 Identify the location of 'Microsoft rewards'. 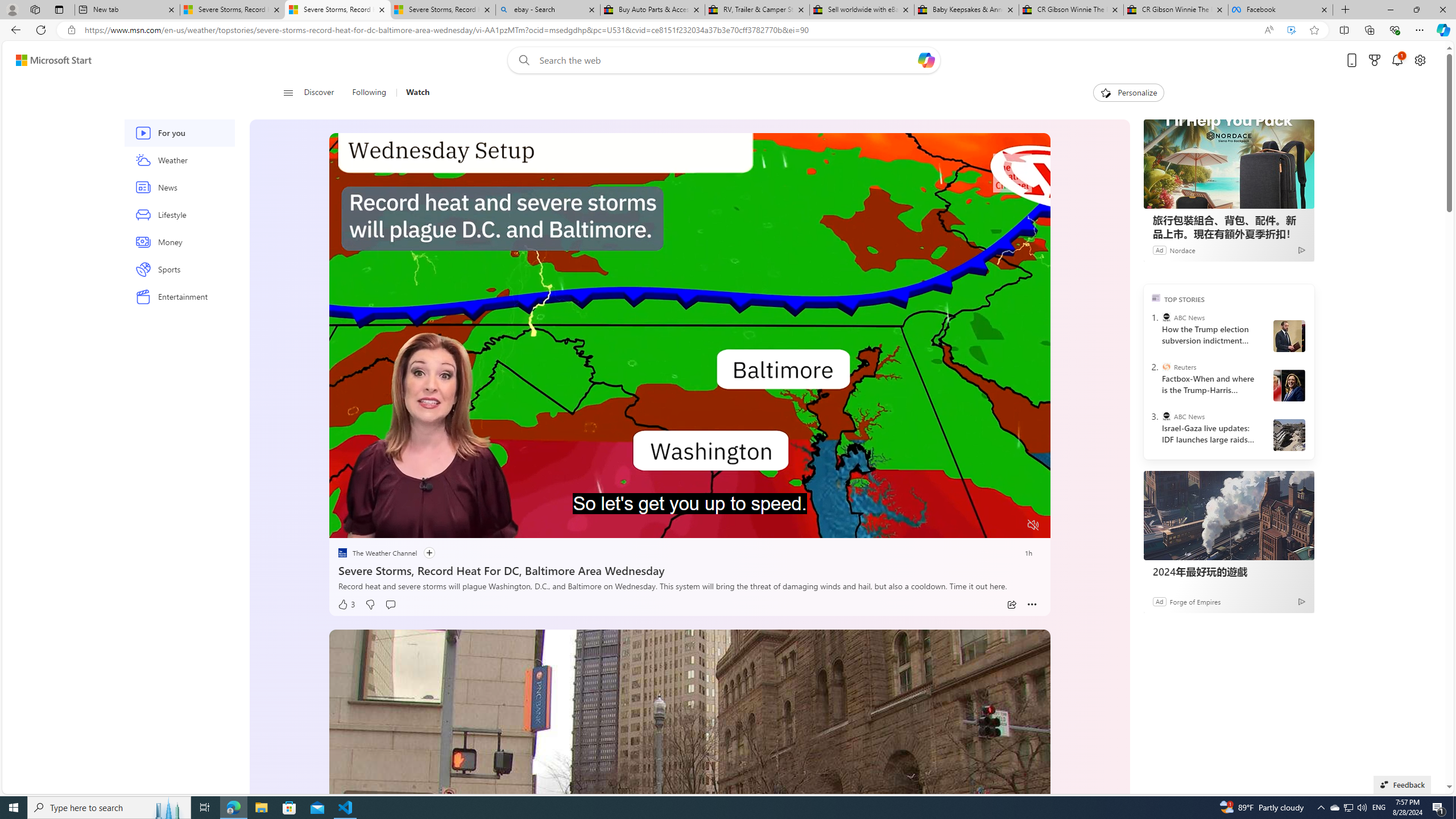
(1374, 60).